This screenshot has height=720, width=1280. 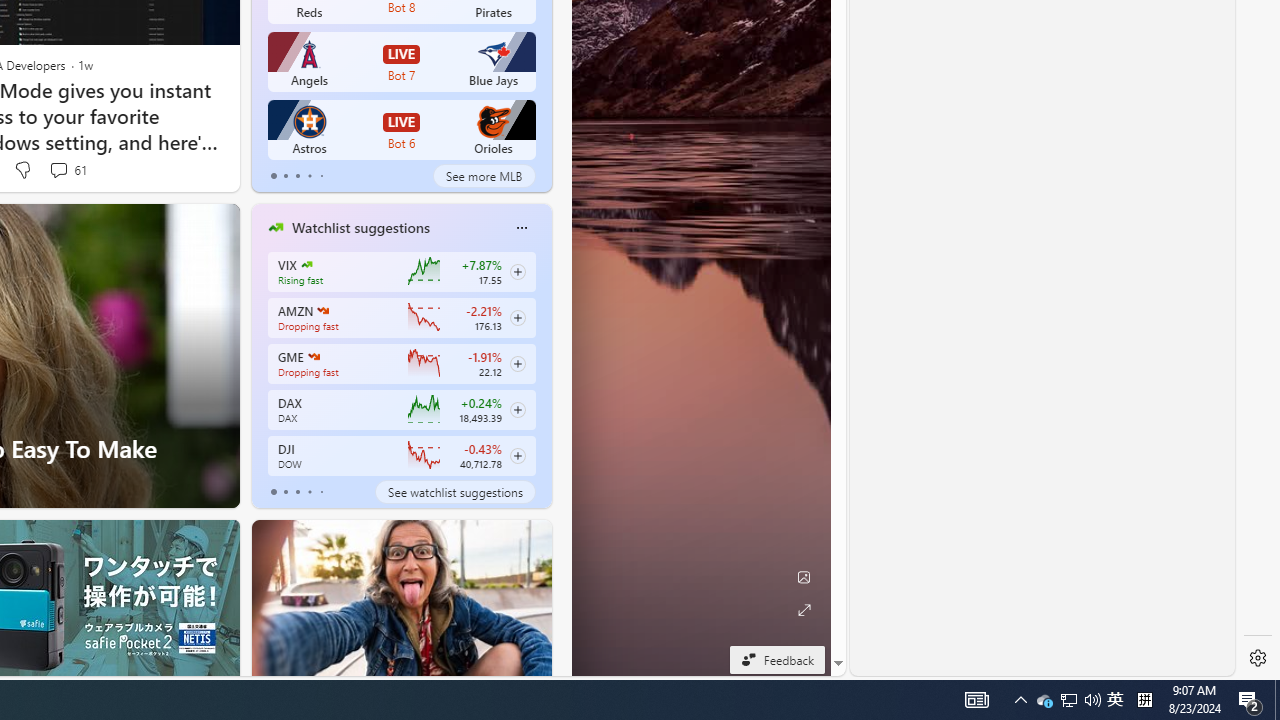 What do you see at coordinates (272, 492) in the screenshot?
I see `'tab-0'` at bounding box center [272, 492].